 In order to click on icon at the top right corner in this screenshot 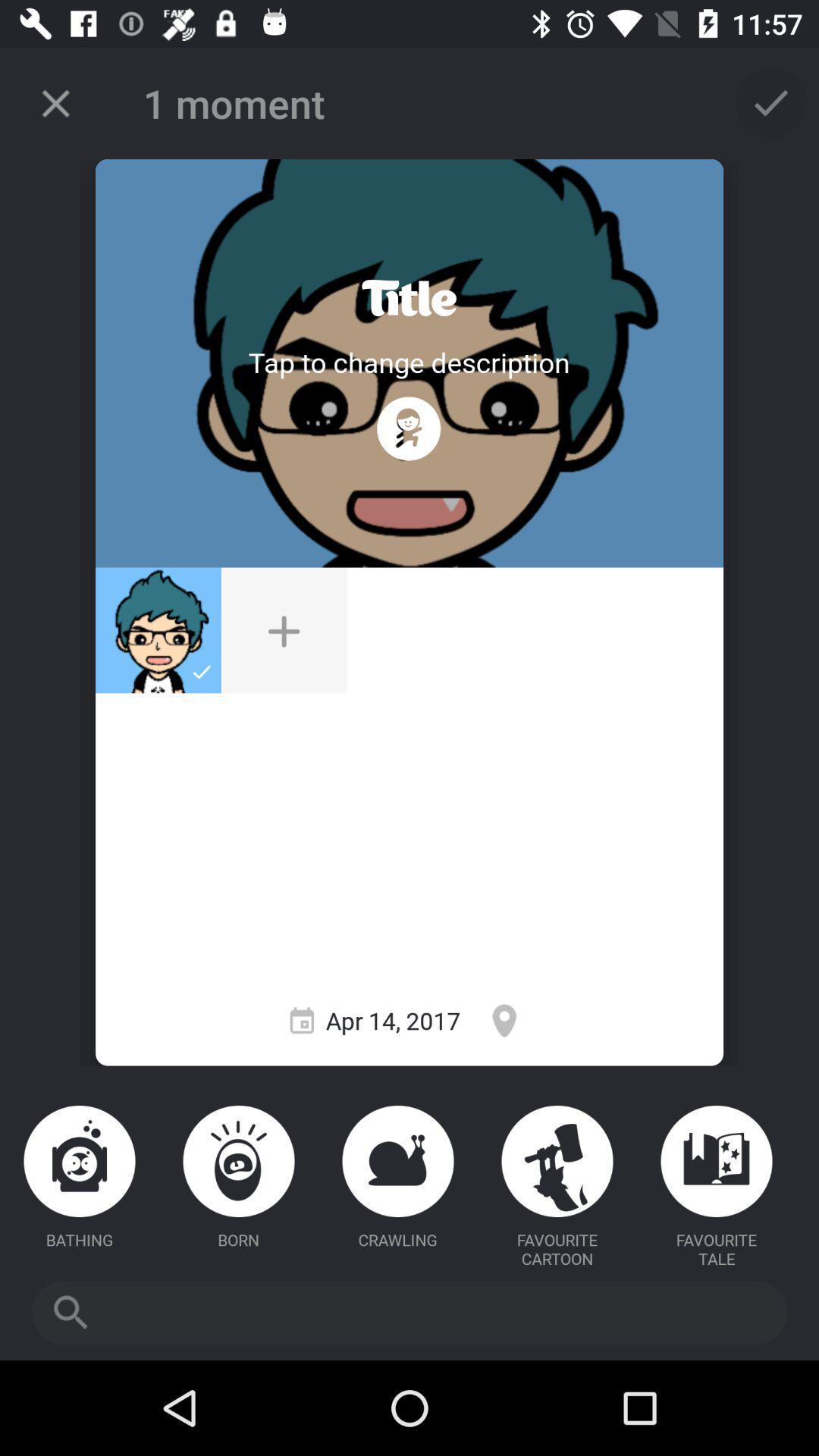, I will do `click(771, 102)`.